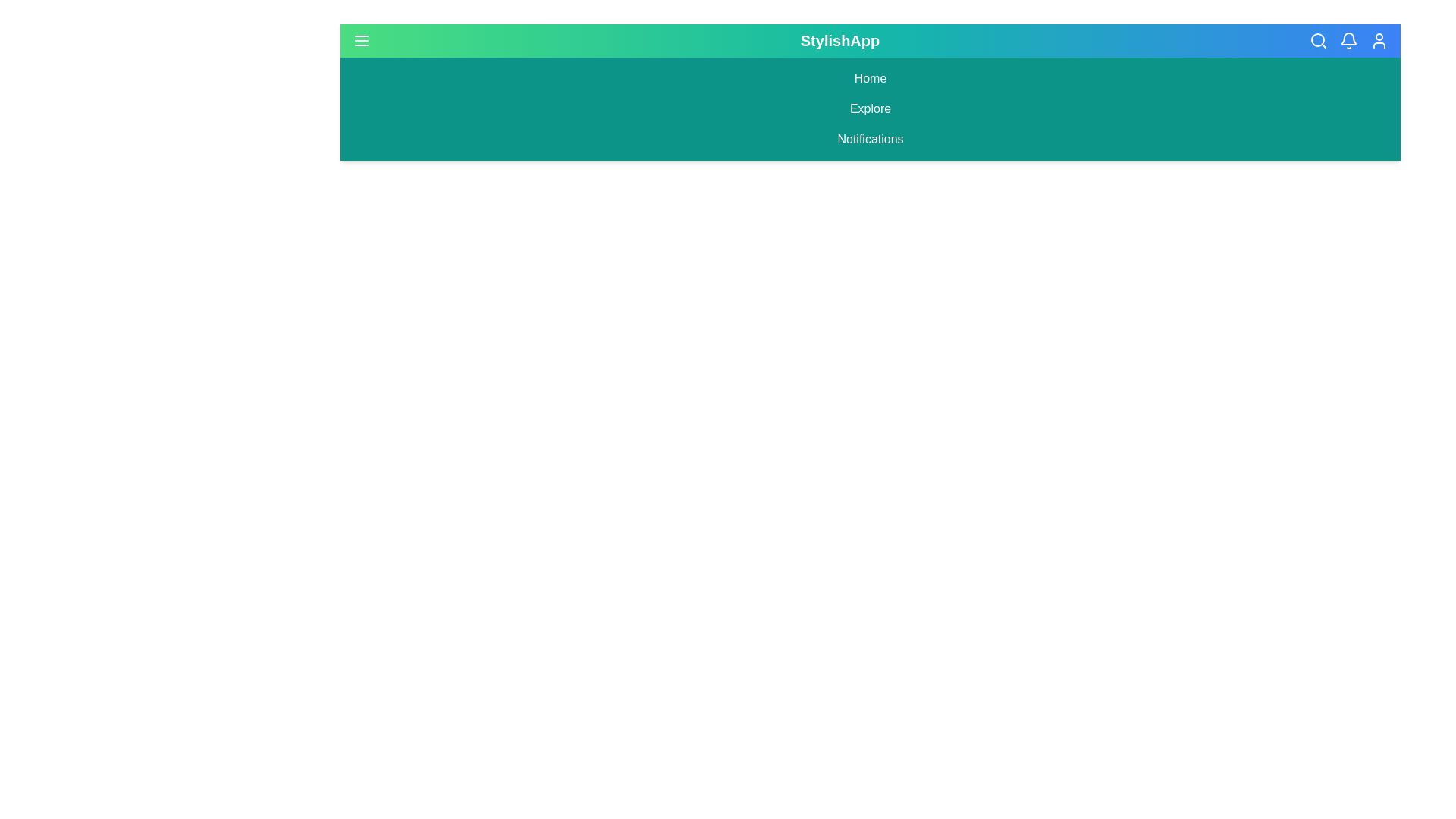 The height and width of the screenshot is (819, 1456). I want to click on the menu icon to toggle the menu visibility, so click(360, 40).